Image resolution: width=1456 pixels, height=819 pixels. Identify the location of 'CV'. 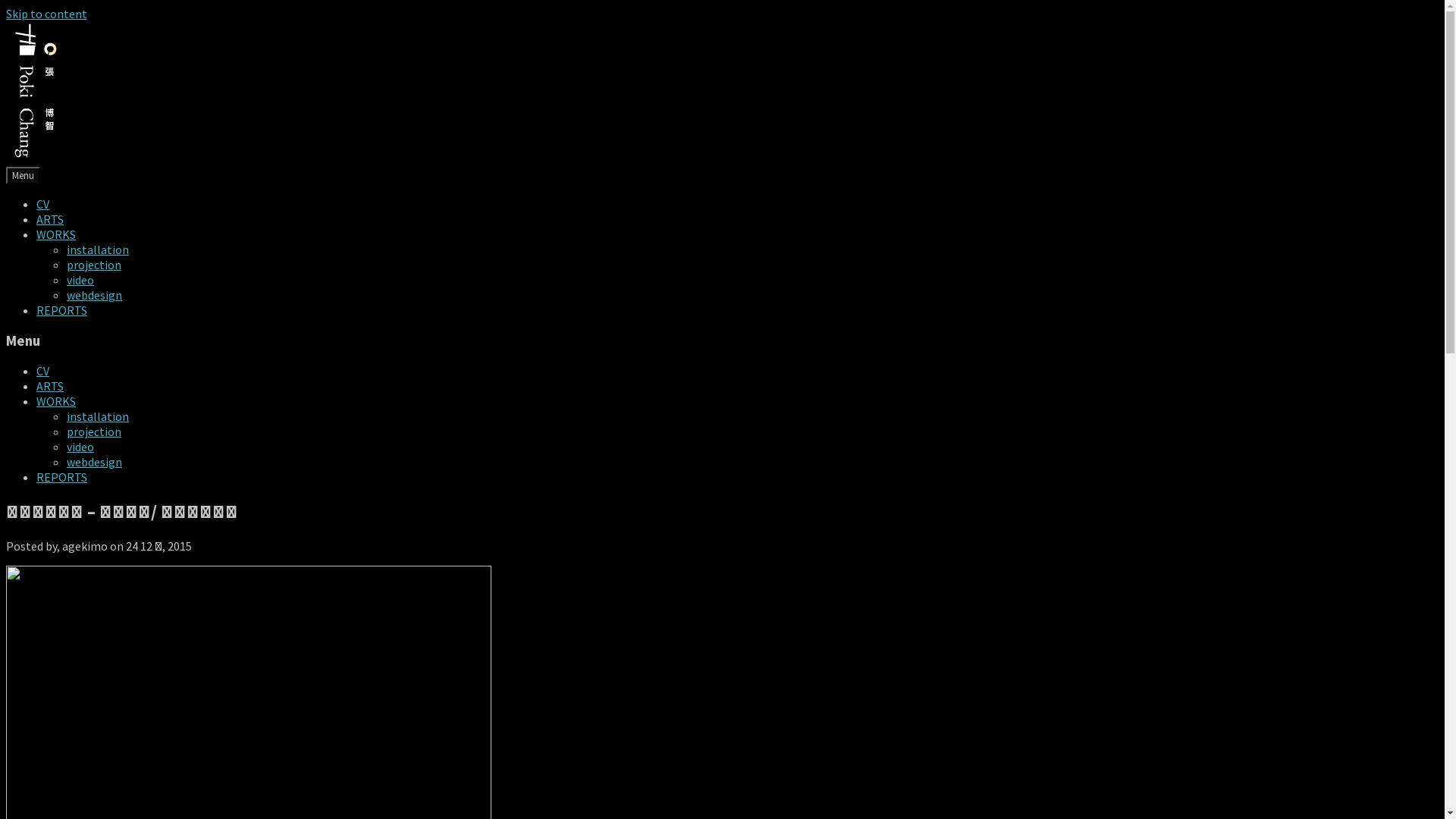
(42, 203).